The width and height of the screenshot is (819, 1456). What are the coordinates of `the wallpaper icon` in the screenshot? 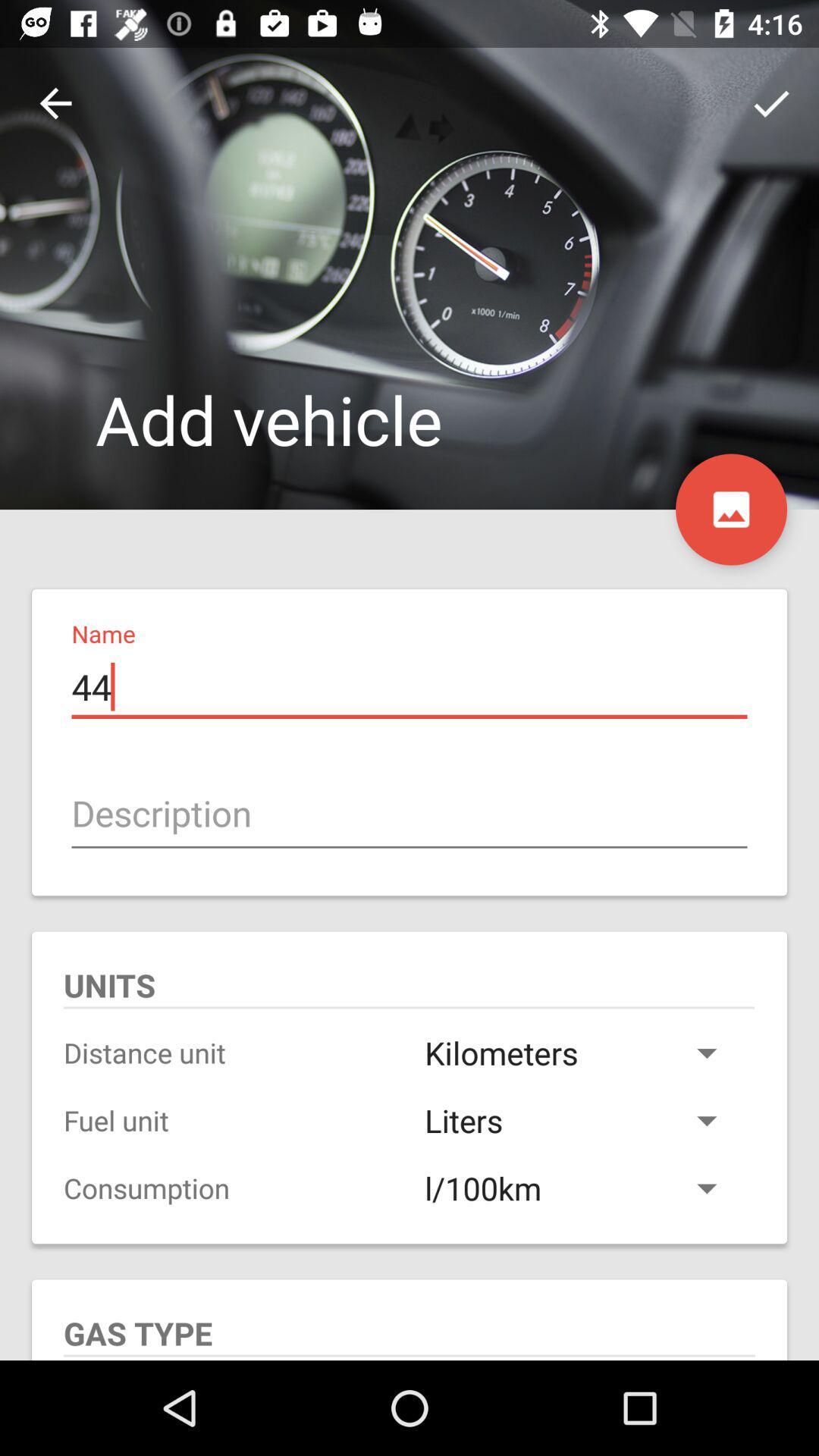 It's located at (730, 510).